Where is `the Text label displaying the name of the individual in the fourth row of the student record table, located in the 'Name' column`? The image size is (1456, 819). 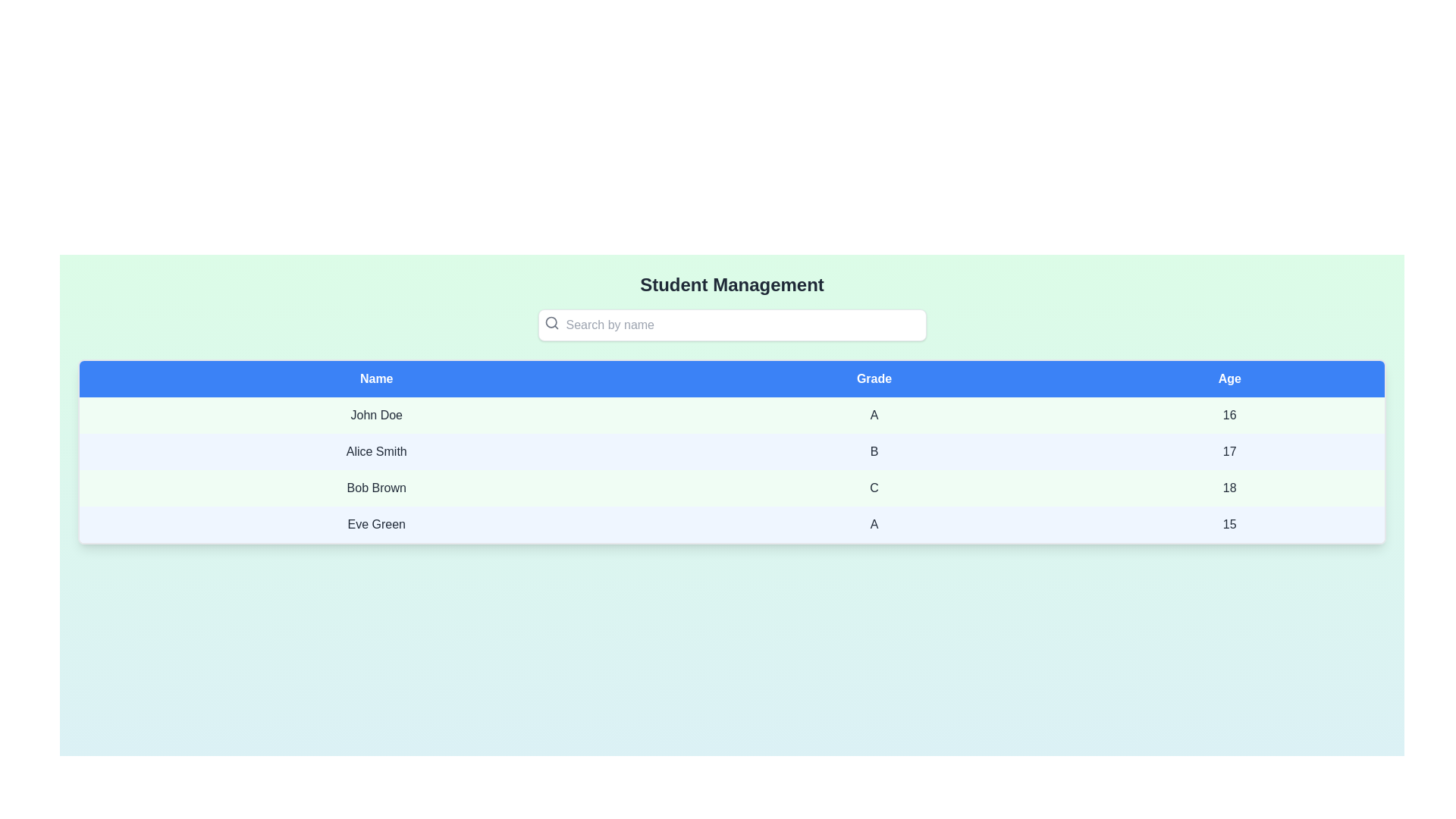
the Text label displaying the name of the individual in the fourth row of the student record table, located in the 'Name' column is located at coordinates (376, 523).